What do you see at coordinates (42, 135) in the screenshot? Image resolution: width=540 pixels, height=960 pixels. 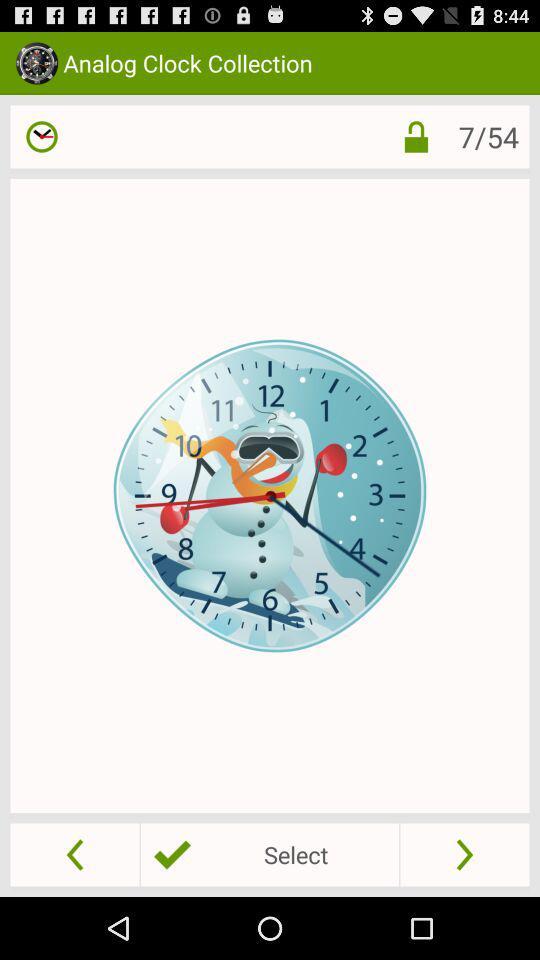 I see `clock` at bounding box center [42, 135].